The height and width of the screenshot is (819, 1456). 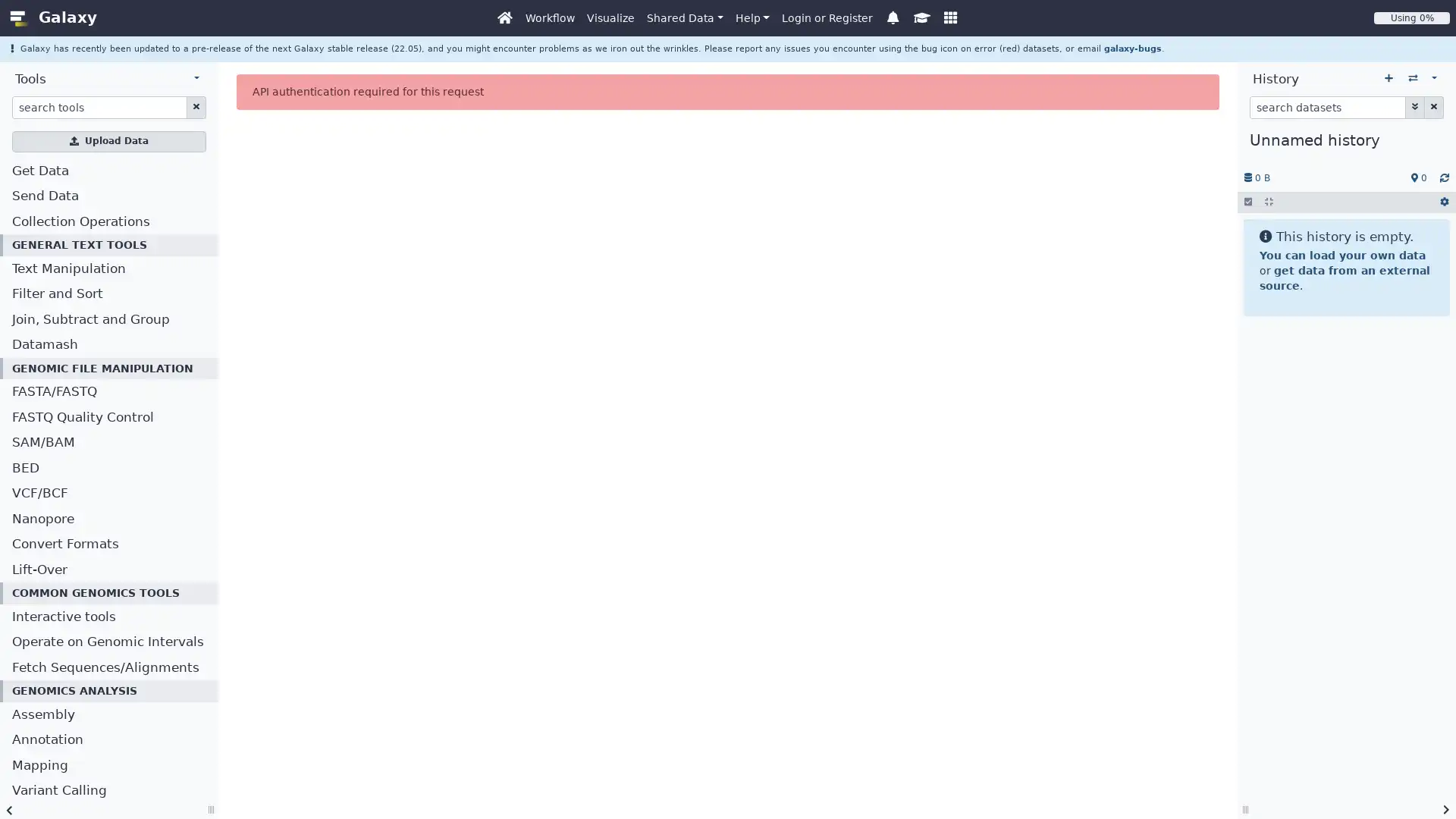 What do you see at coordinates (1418, 177) in the screenshot?
I see `0` at bounding box center [1418, 177].